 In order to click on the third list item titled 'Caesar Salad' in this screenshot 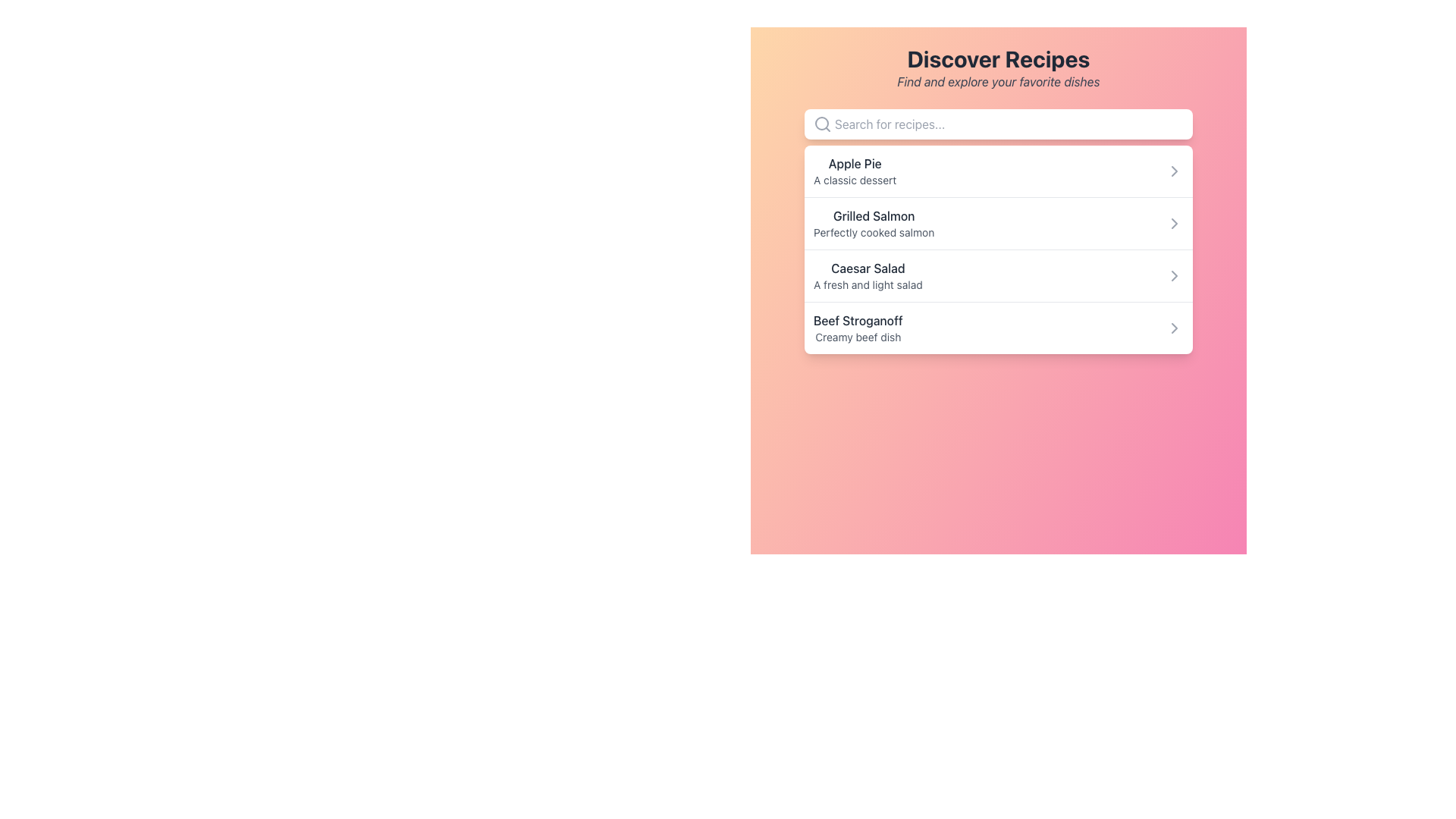, I will do `click(998, 275)`.